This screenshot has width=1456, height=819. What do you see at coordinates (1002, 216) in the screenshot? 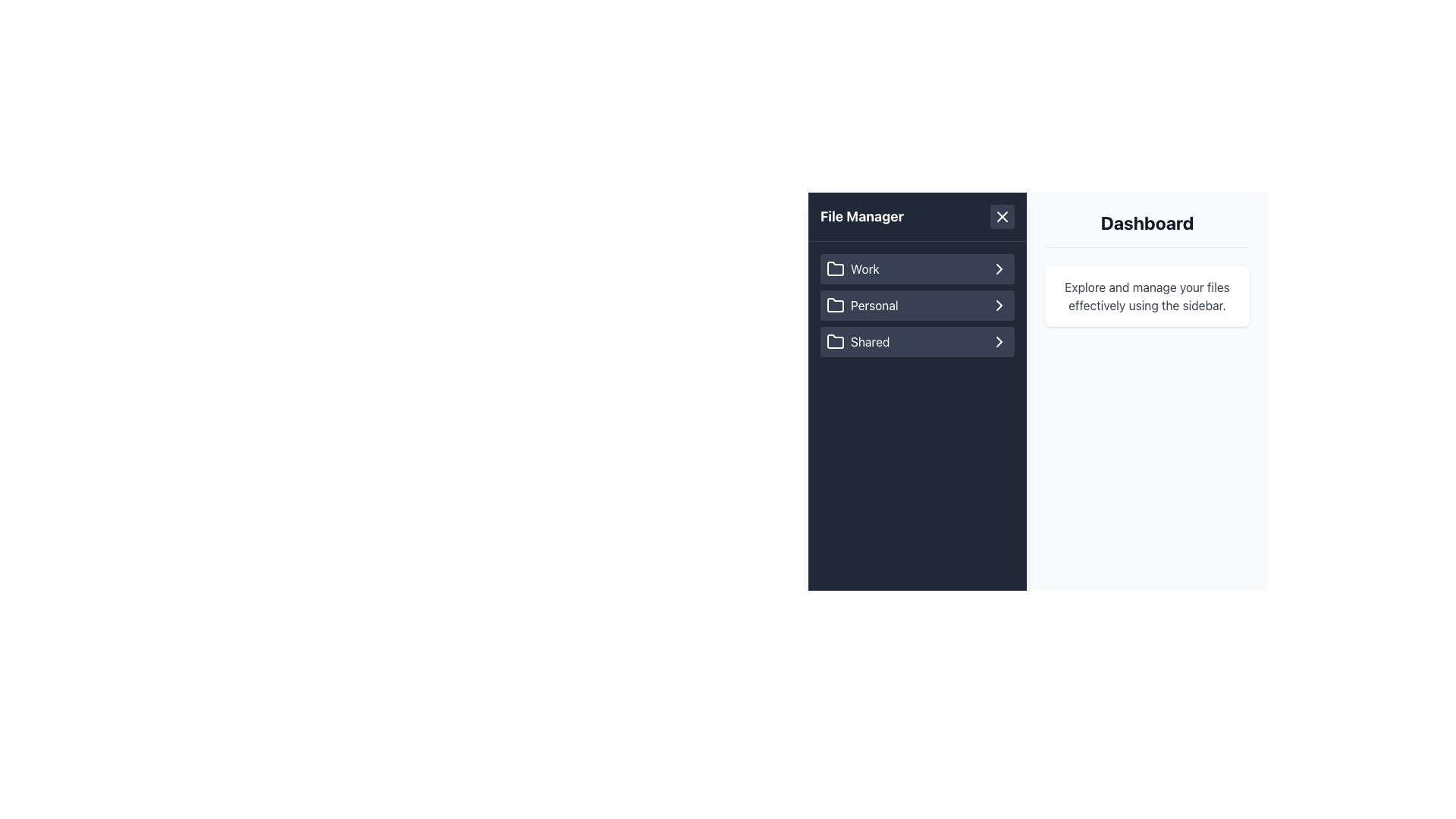
I see `the close button located at the top-right corner of the 'File Manager' panel` at bounding box center [1002, 216].